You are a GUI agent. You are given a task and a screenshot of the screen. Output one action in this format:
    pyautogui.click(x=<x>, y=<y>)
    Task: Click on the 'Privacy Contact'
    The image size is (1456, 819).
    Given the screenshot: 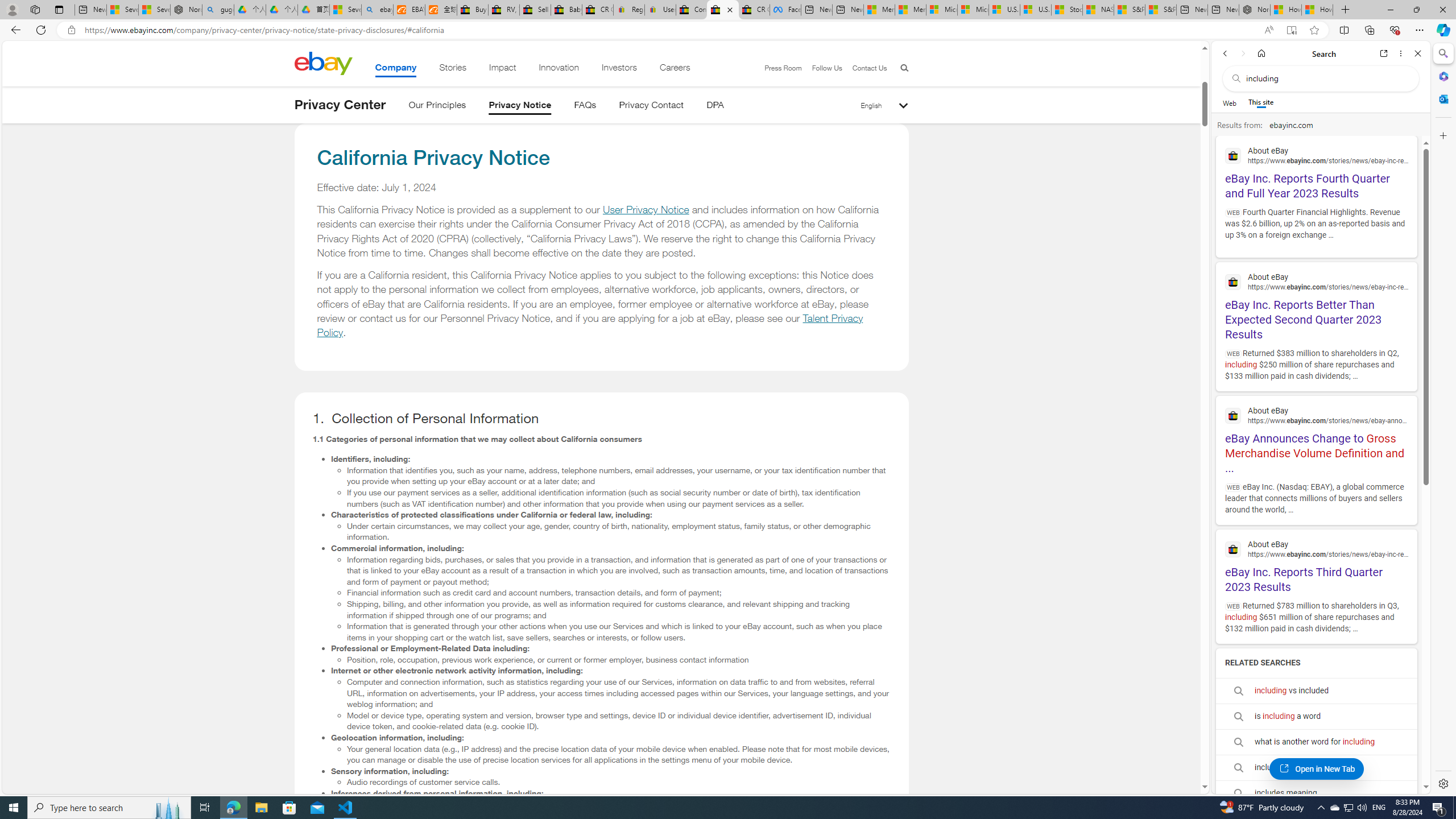 What is the action you would take?
    pyautogui.click(x=651, y=106)
    